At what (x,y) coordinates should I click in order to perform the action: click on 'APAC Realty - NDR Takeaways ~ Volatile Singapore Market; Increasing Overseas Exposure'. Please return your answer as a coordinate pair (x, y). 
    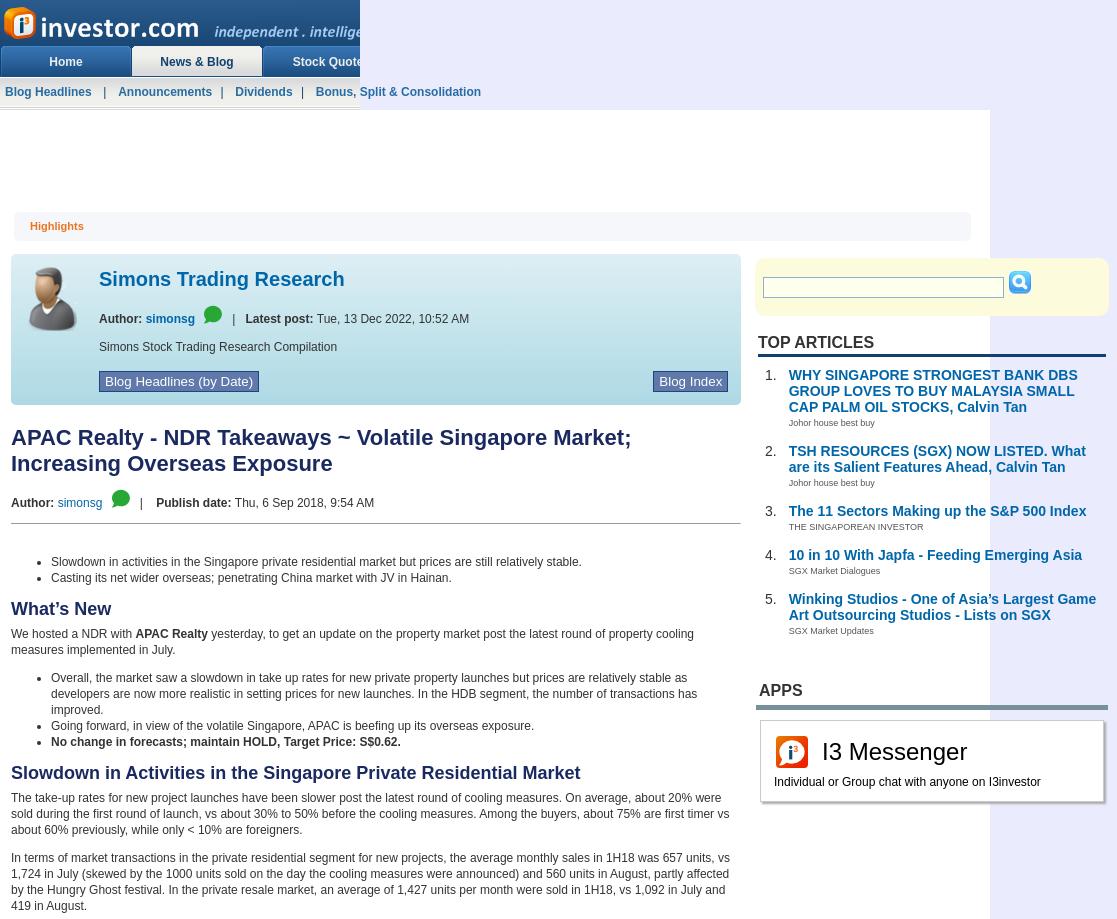
    Looking at the image, I should click on (320, 450).